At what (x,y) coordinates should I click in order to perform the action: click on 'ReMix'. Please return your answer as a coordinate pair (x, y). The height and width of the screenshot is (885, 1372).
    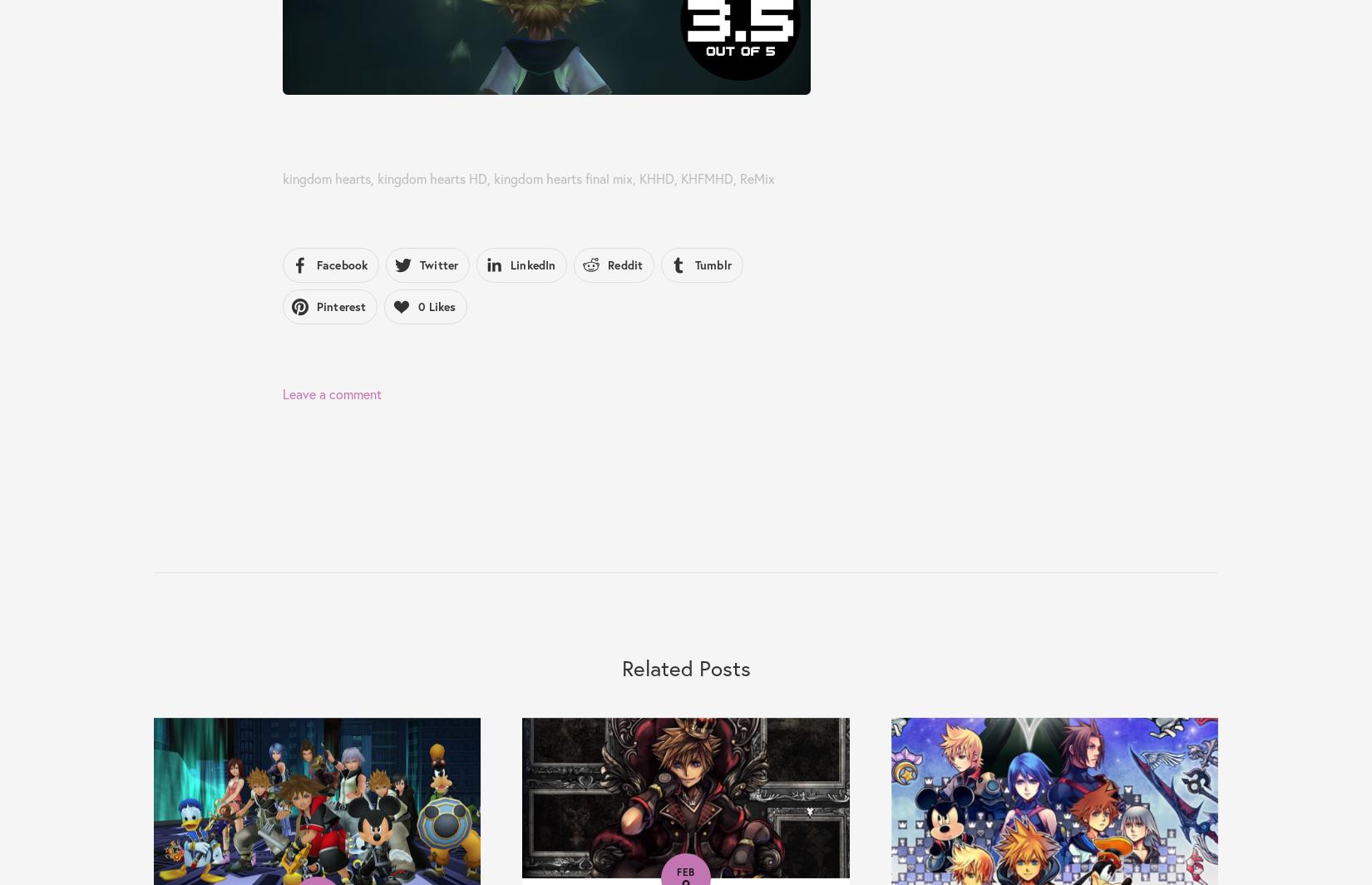
    Looking at the image, I should click on (757, 178).